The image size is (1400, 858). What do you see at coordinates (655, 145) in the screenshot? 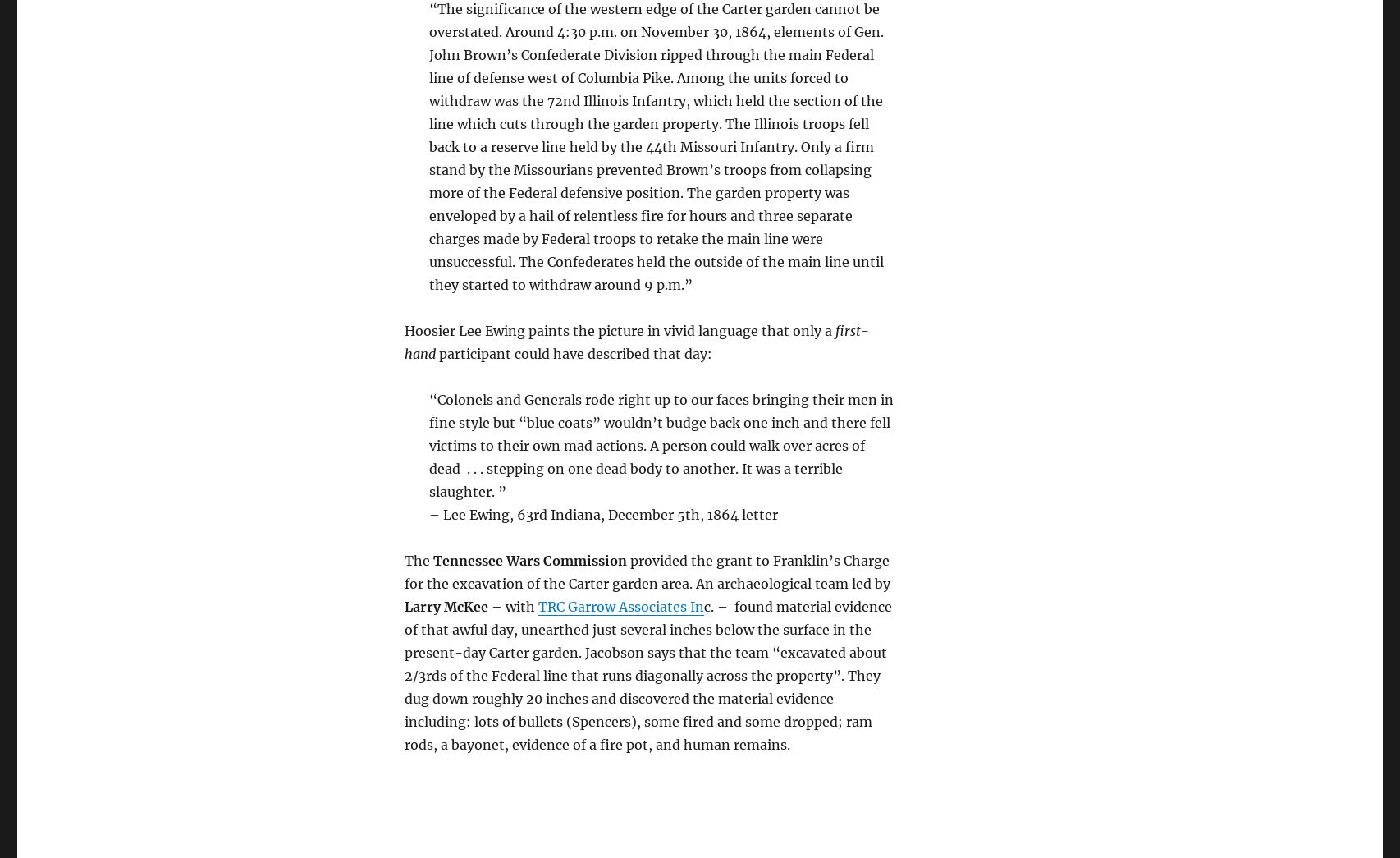
I see `'“The significance of the western edge of the Carter garden cannot be overstated. Around 4:30 p.m. on November 30, 1864, elements of Gen. John Brown’s Confederate Division ripped through the main Federal line of defense west of Columbia Pike. Among the units forced to withdraw was the 72nd Illinois Infantry, which held the section of the line which cuts through the garden property. The Illinois troops fell back to a reserve line held by the 44th Missouri Infantry. Only a firm stand by the Missourians prevented Brown’s troops from collapsing more of the Federal defensive position. The garden property was enveloped by a hail of relentless fire for hours and three separate charges made by Federal troops to retake the main line were unsuccessful. The Confederates held the outside of the main line until they started to withdraw around 9 p.m.”'` at bounding box center [655, 145].